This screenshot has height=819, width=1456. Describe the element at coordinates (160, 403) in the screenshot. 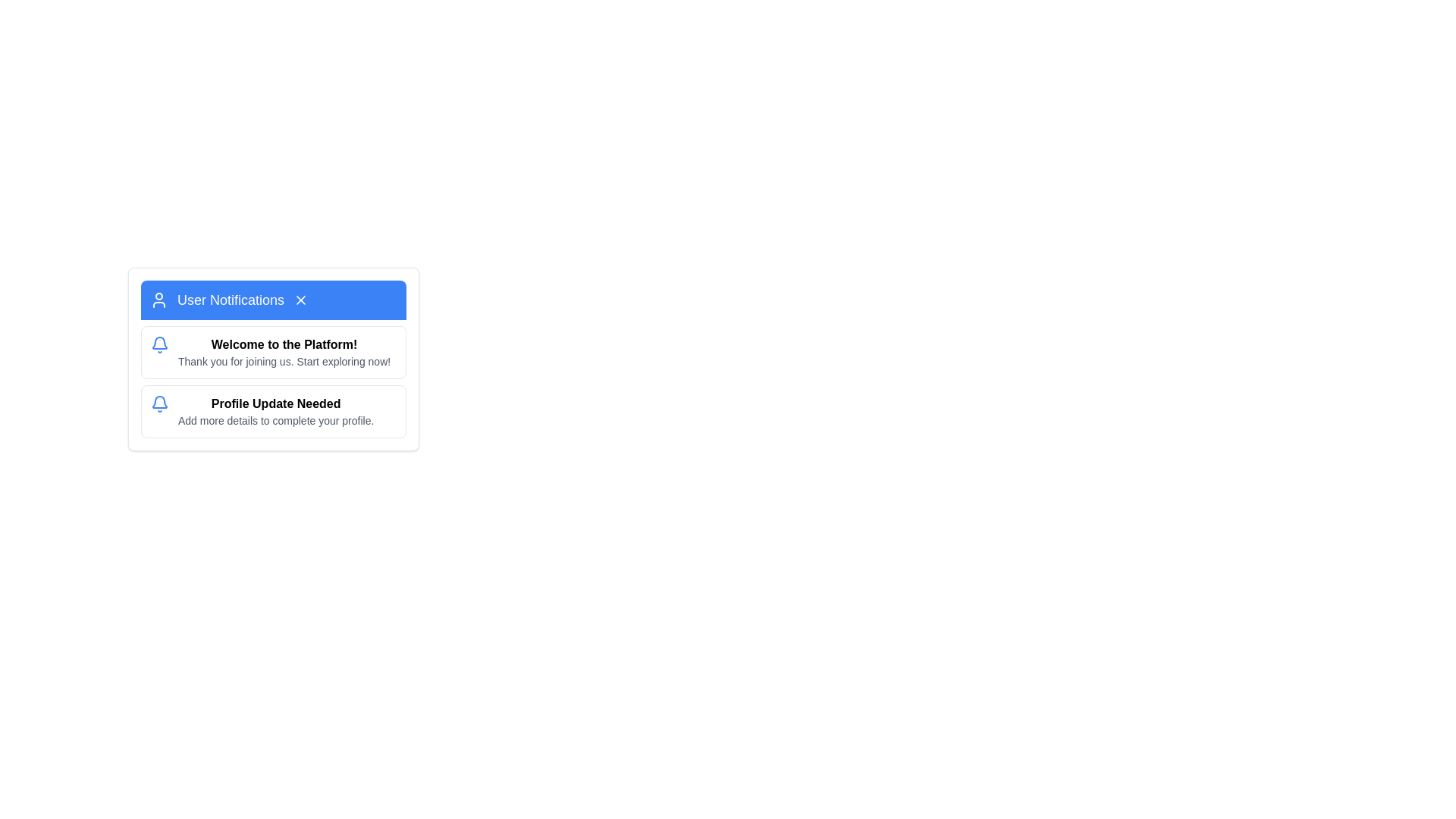

I see `the presence of the notification bell icon located at the top-left corner of the 'Profile Update Needed' section, which indicates user notifications or alerts` at that location.